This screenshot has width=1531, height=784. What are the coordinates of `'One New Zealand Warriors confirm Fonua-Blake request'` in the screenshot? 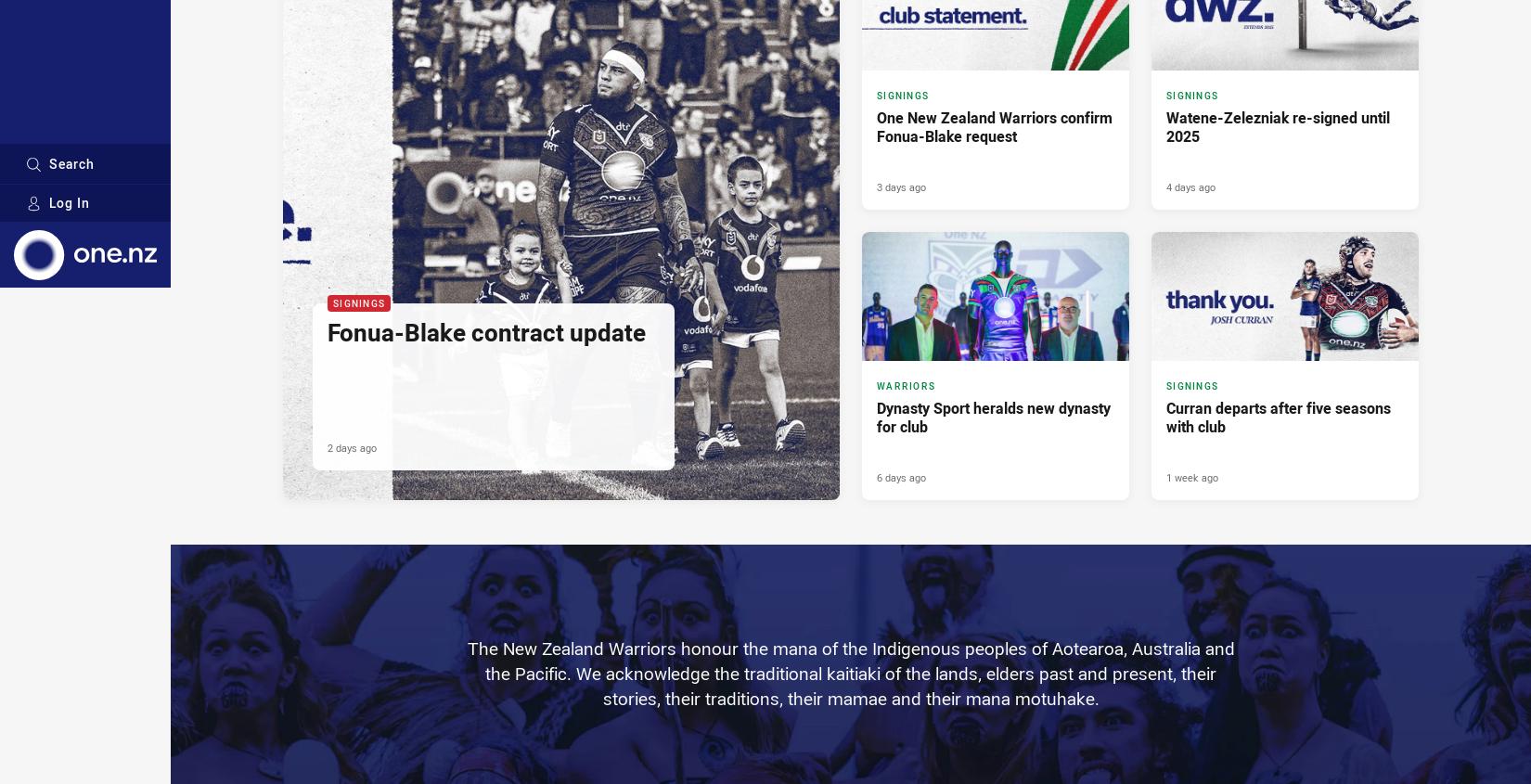 It's located at (995, 126).